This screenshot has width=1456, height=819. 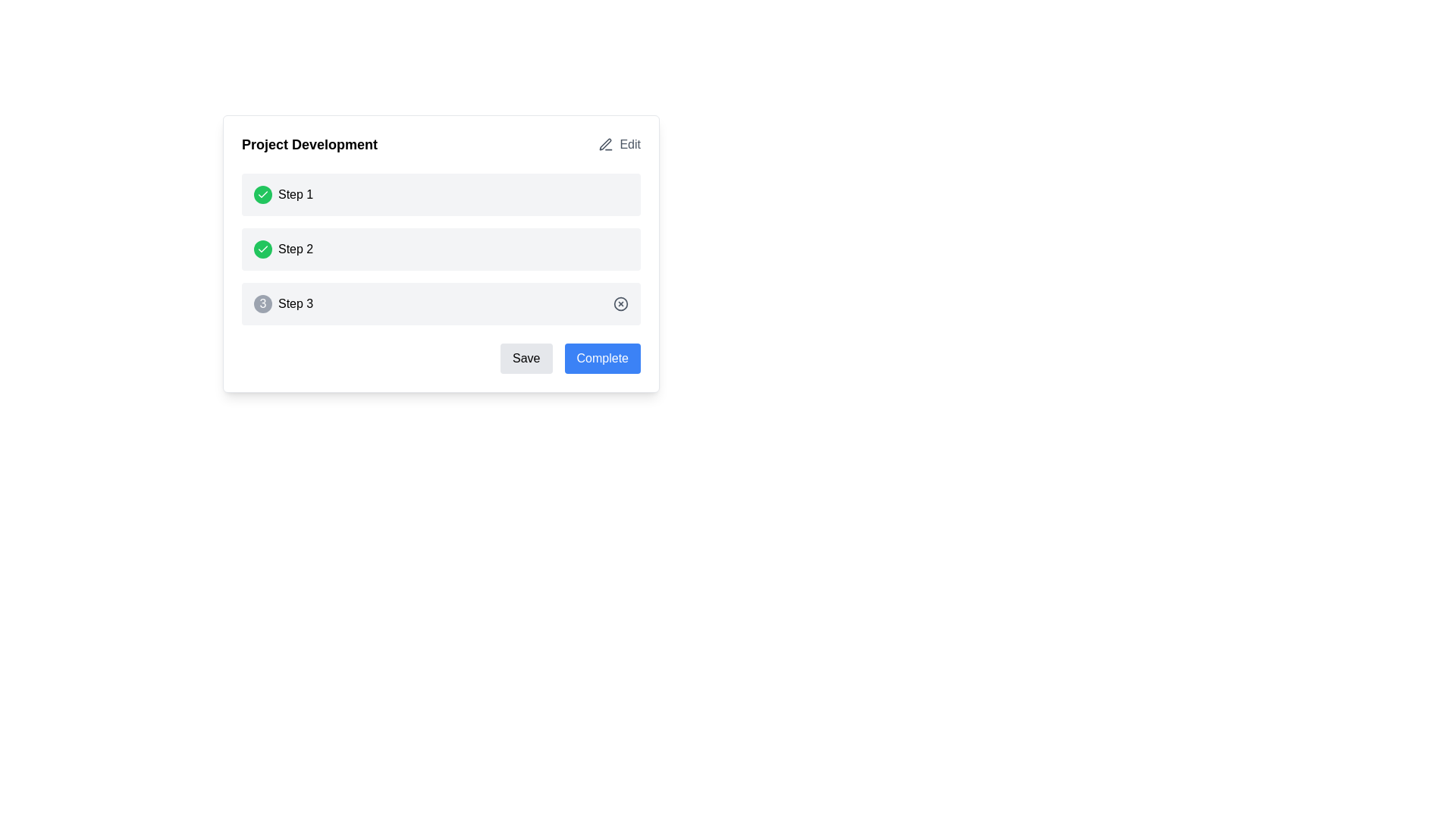 I want to click on the text label indicating the edit function for the 'Project Development' panel, positioned to the right of the pencil icon in the top-right corner, so click(x=630, y=145).